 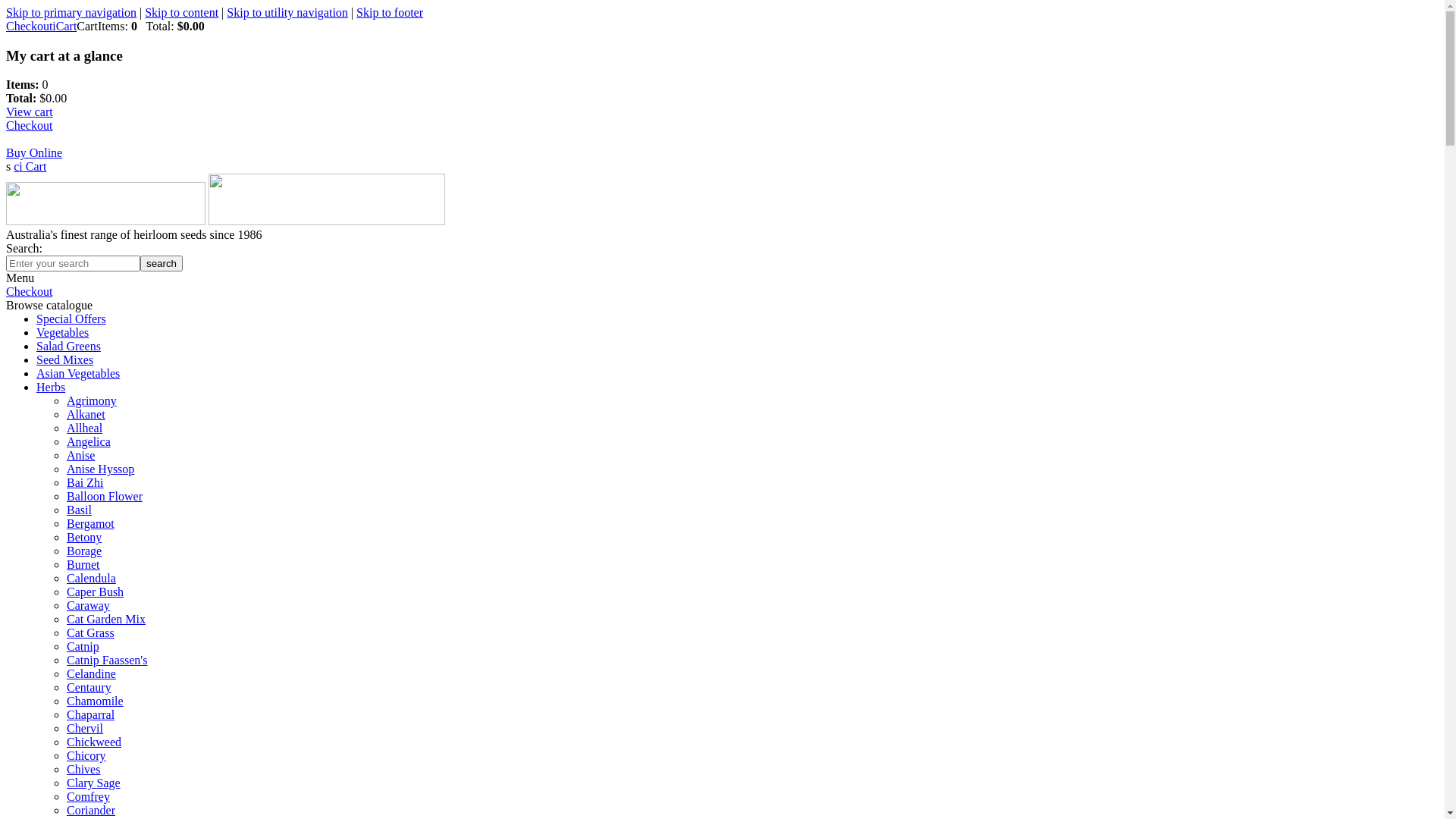 I want to click on 'Chervil', so click(x=83, y=727).